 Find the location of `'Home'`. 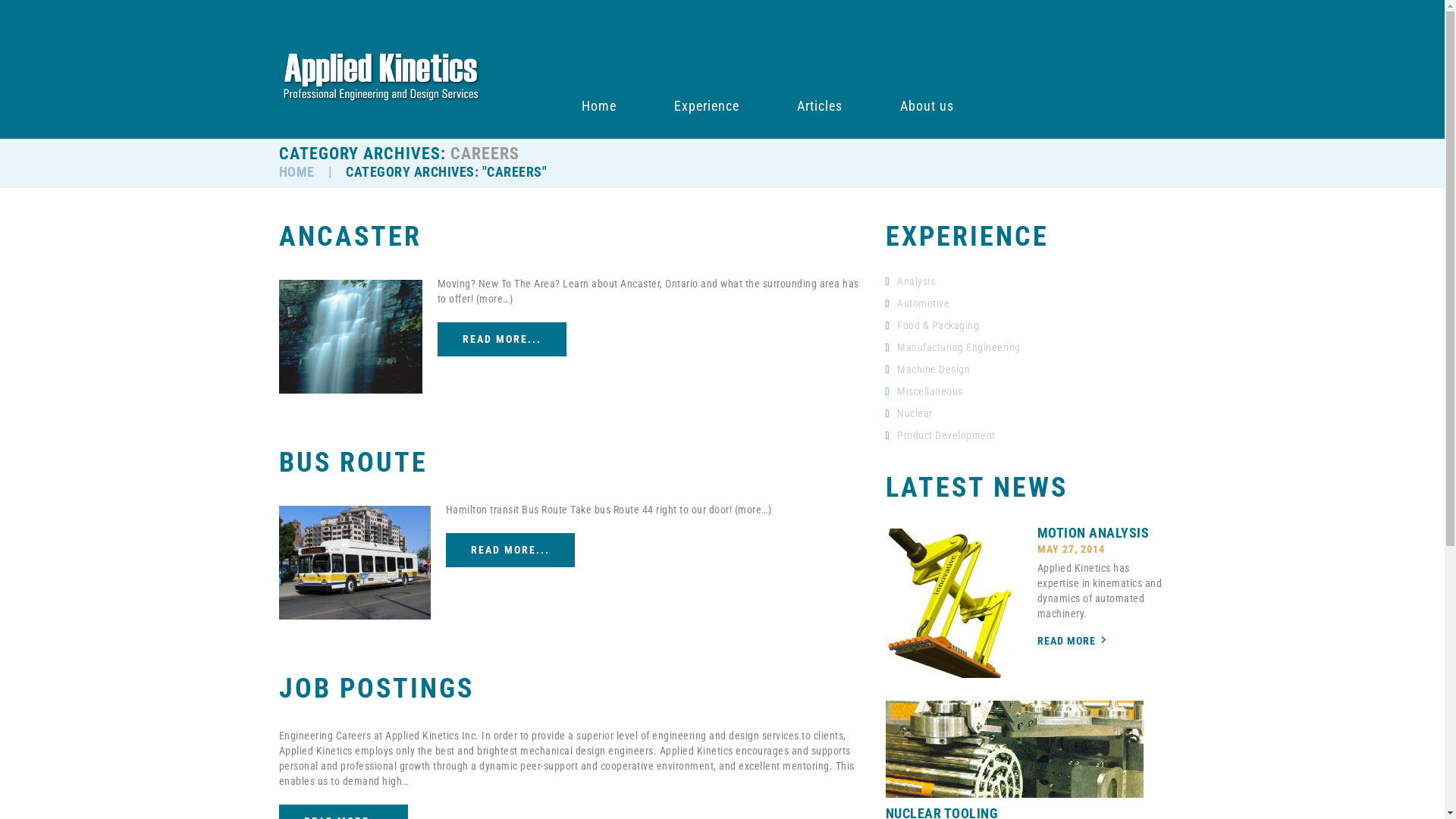

'Home' is located at coordinates (598, 105).